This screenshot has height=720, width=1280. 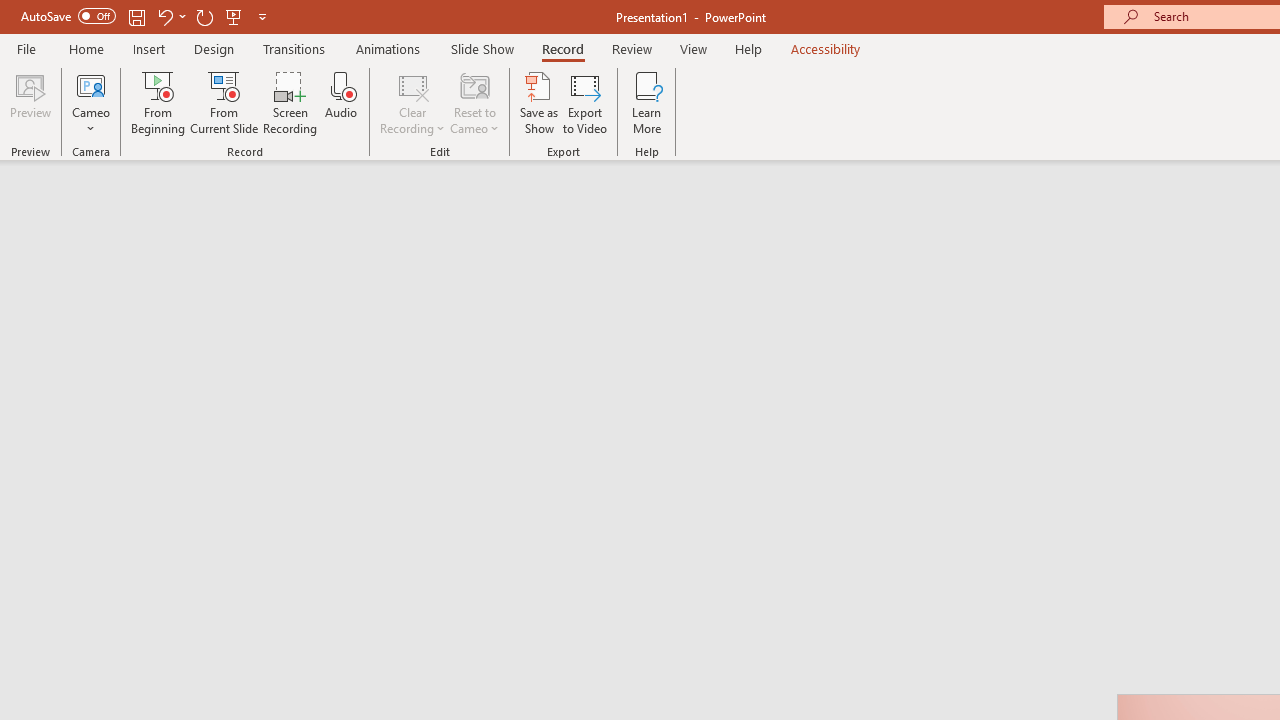 What do you see at coordinates (647, 103) in the screenshot?
I see `'Learn More'` at bounding box center [647, 103].